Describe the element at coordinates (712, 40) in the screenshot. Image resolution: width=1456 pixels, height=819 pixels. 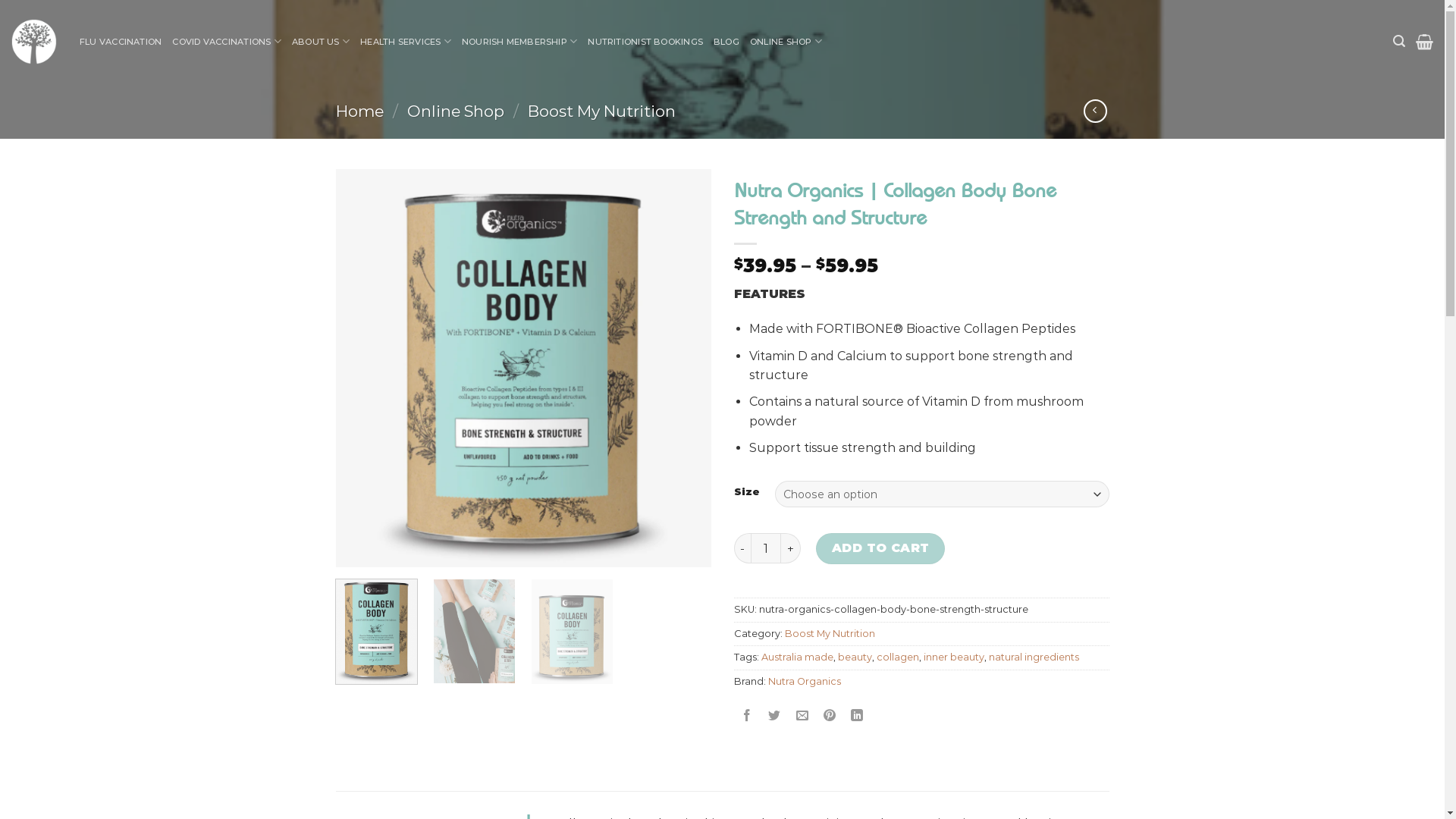
I see `'BLOG'` at that location.